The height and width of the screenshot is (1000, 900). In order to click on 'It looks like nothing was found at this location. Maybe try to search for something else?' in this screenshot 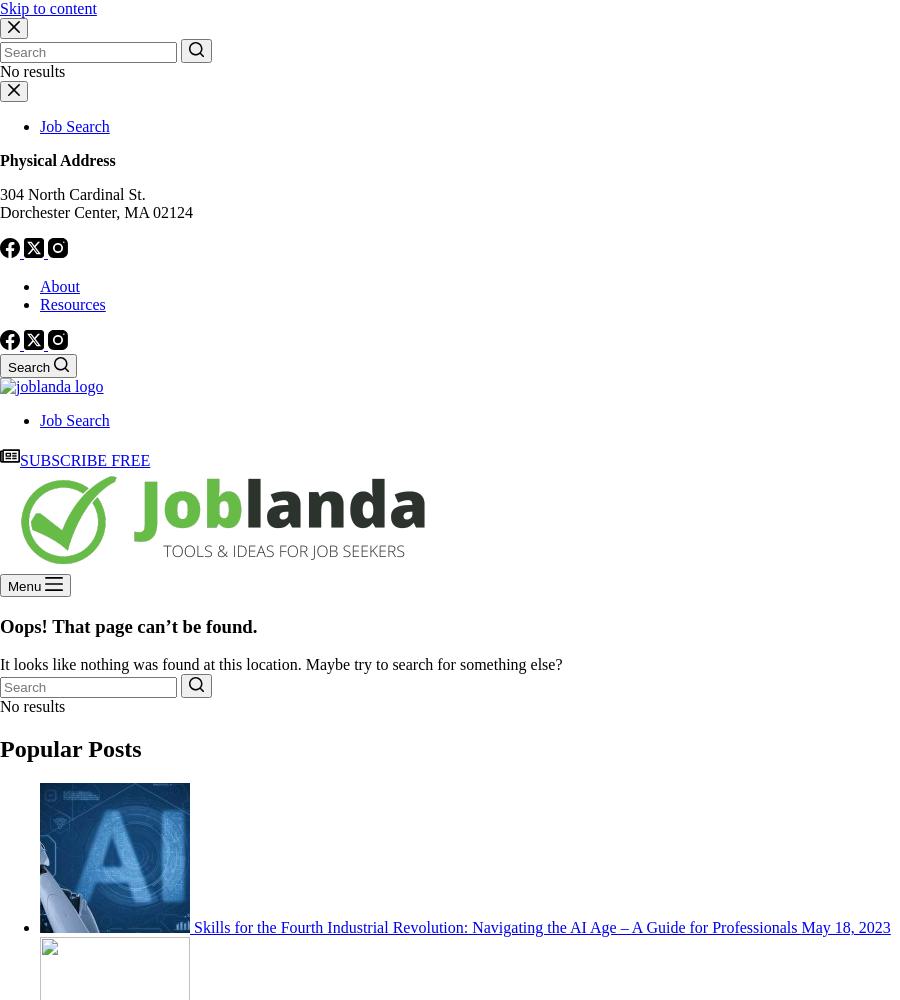, I will do `click(279, 664)`.